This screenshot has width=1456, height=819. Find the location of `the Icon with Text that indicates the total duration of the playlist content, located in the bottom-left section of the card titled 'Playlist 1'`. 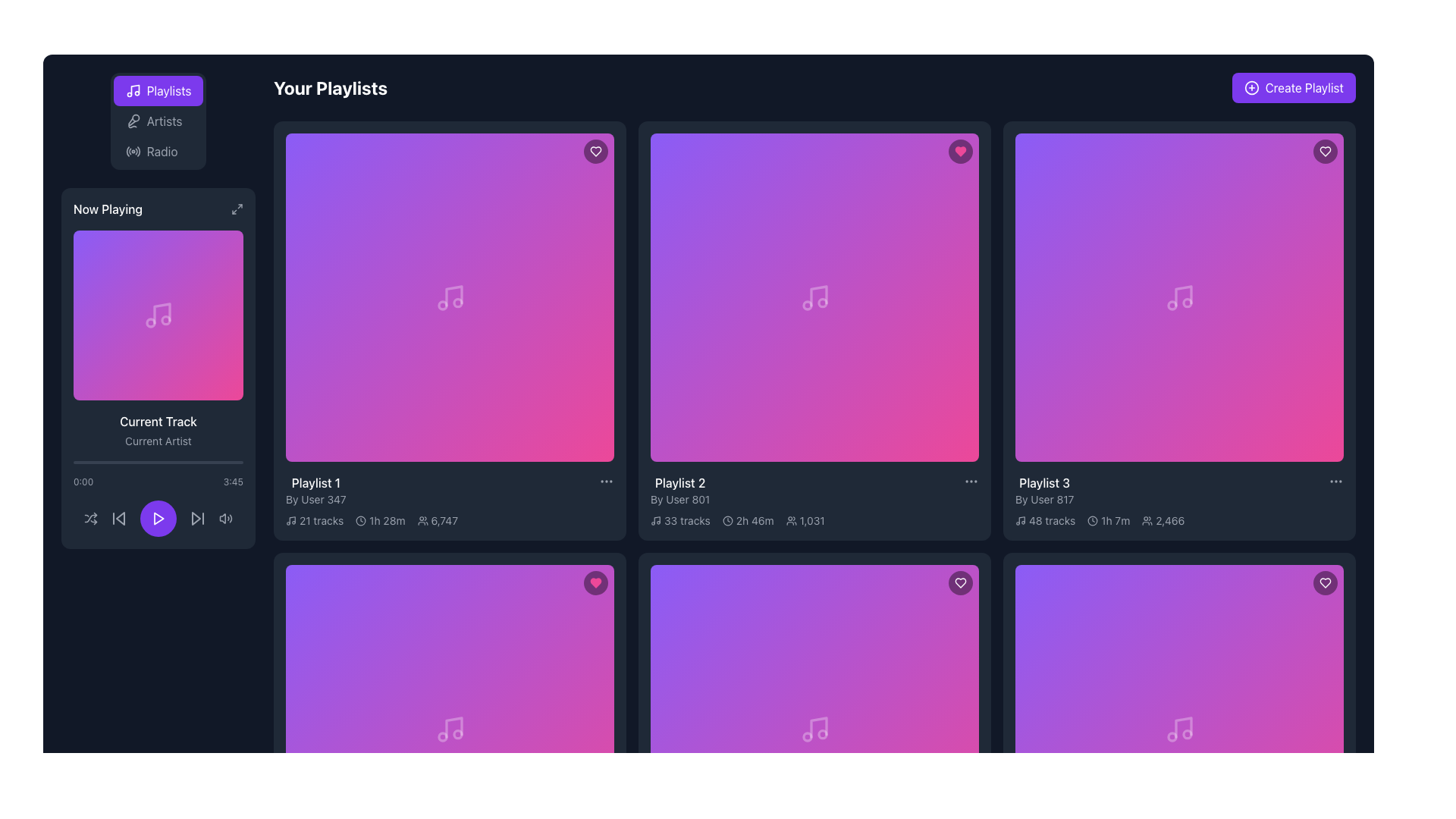

the Icon with Text that indicates the total duration of the playlist content, located in the bottom-left section of the card titled 'Playlist 1' is located at coordinates (380, 519).